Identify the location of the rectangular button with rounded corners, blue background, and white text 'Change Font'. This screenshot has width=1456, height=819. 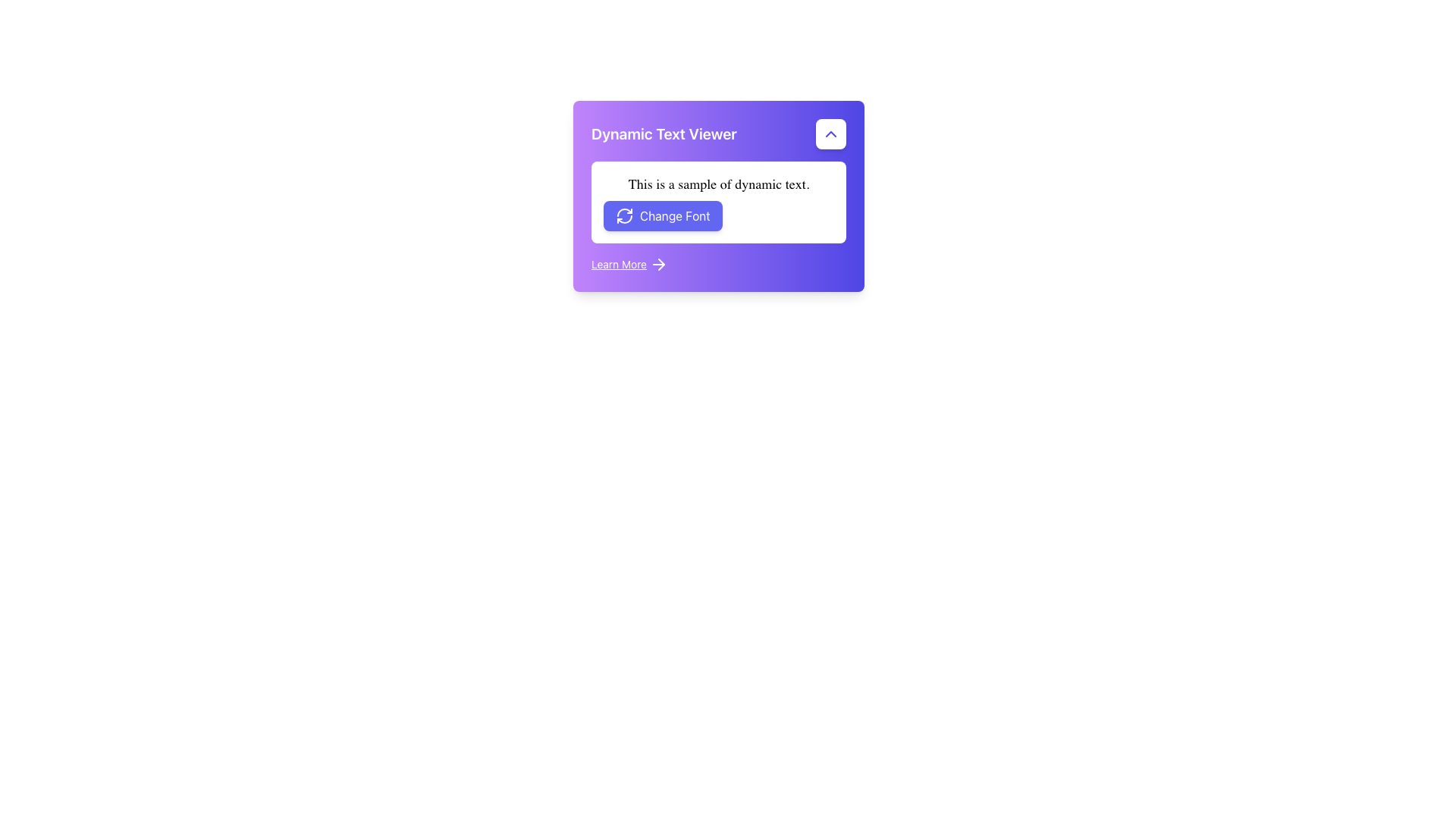
(663, 216).